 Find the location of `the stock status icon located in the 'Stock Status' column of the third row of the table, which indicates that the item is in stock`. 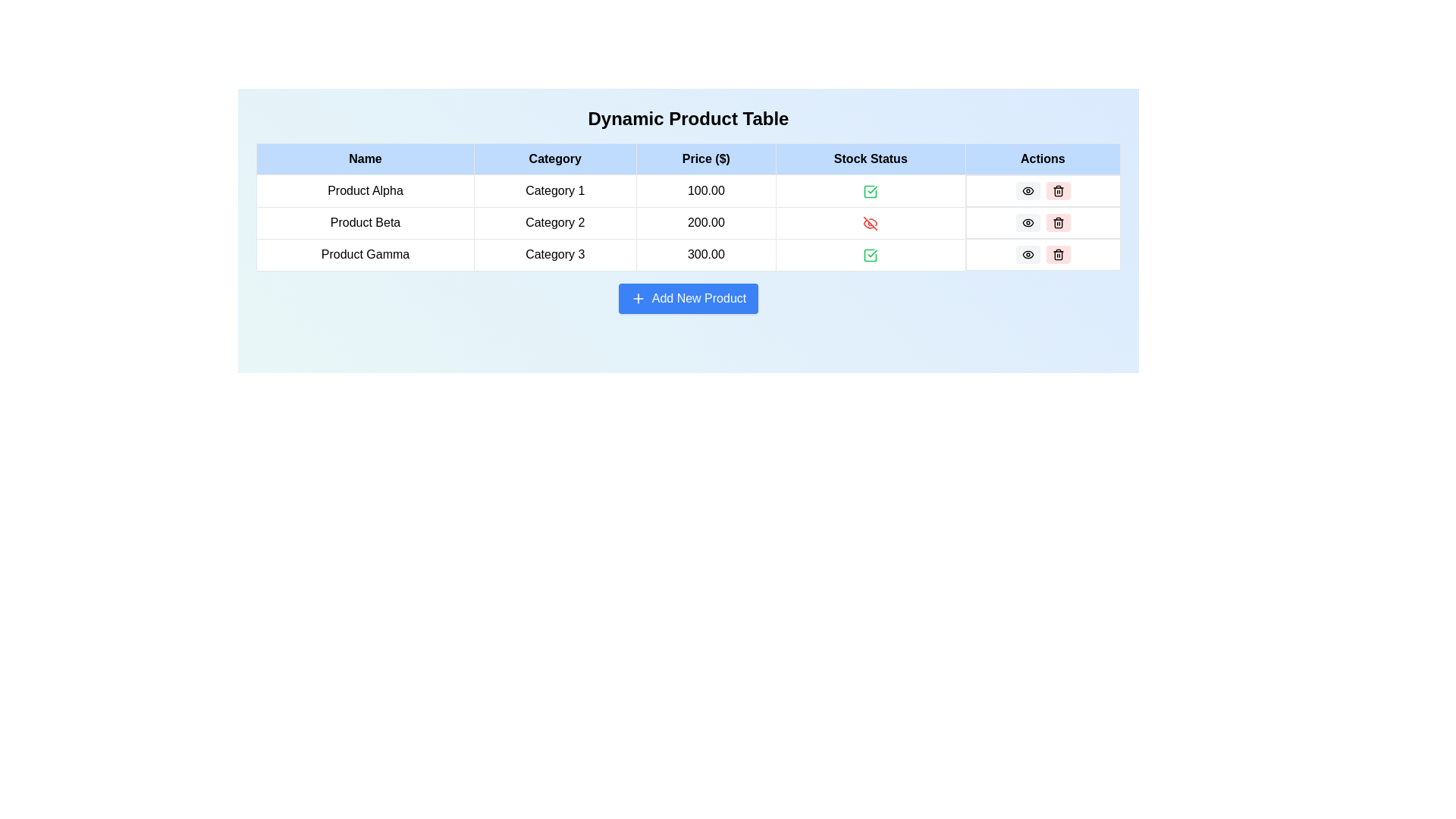

the stock status icon located in the 'Stock Status' column of the third row of the table, which indicates that the item is in stock is located at coordinates (871, 254).